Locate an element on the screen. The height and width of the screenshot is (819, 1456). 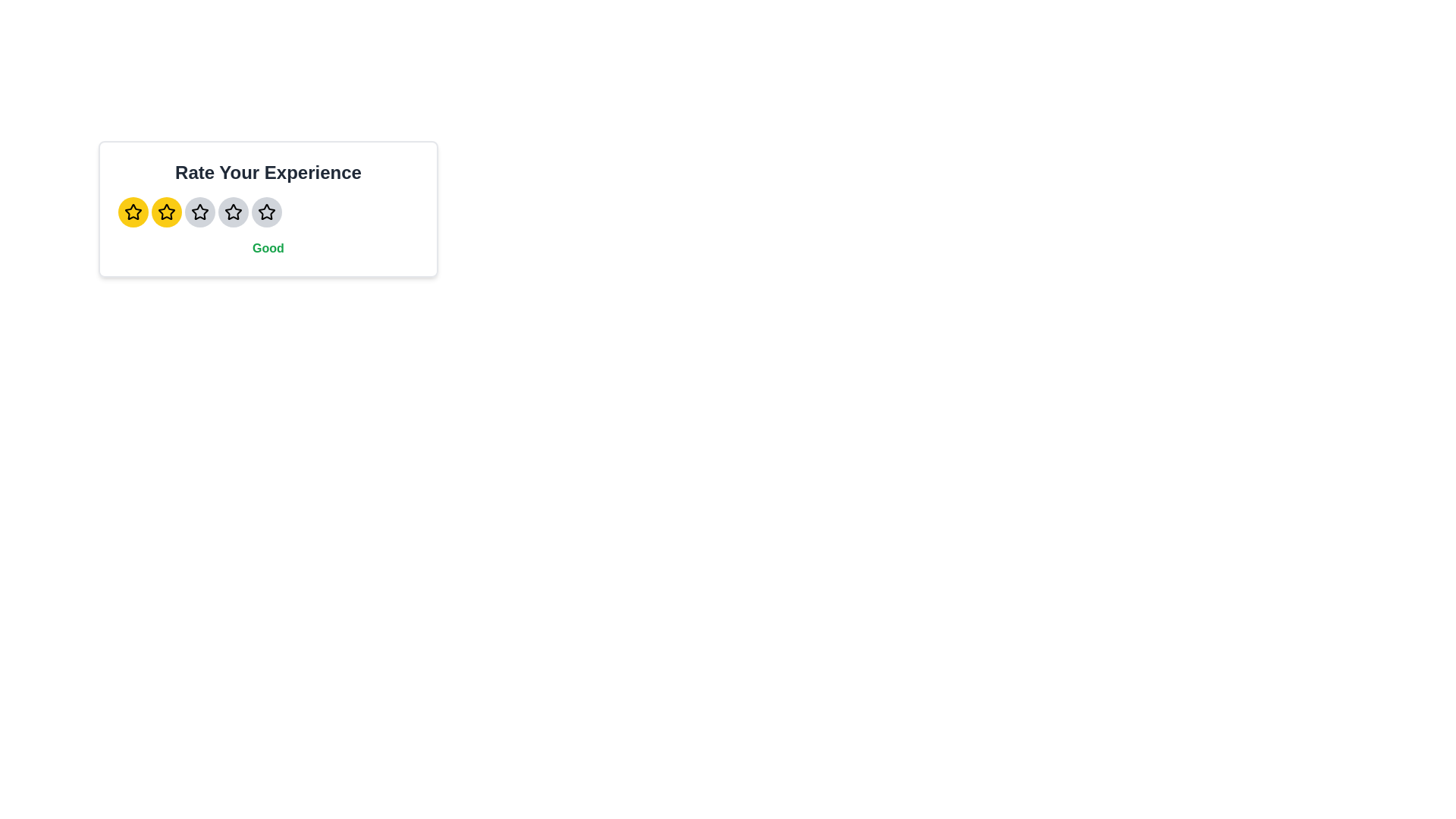
the first star icon, which is filled with yellow and outlined in black is located at coordinates (133, 212).